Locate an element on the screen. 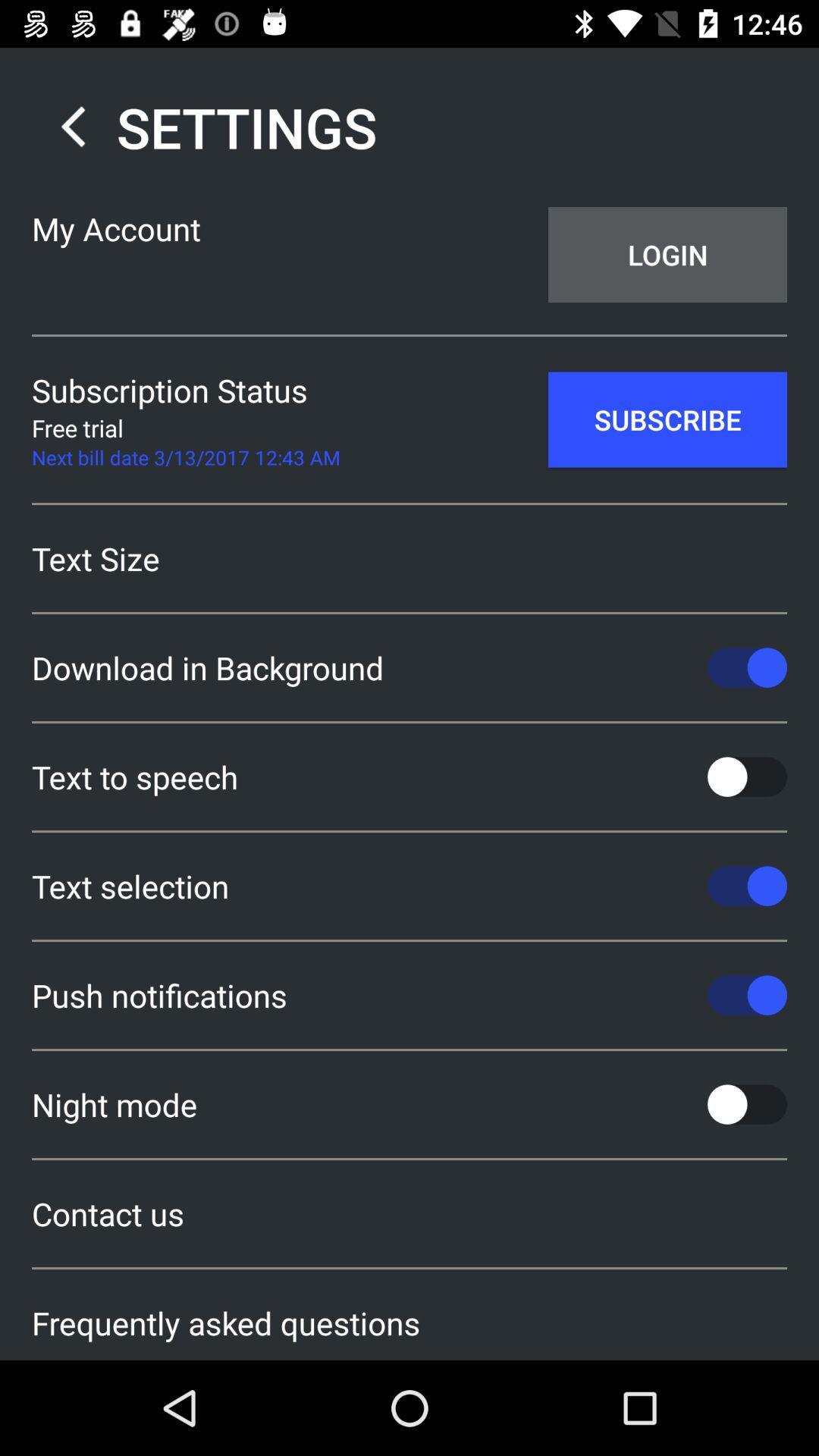  the item to the right of my account app is located at coordinates (667, 255).